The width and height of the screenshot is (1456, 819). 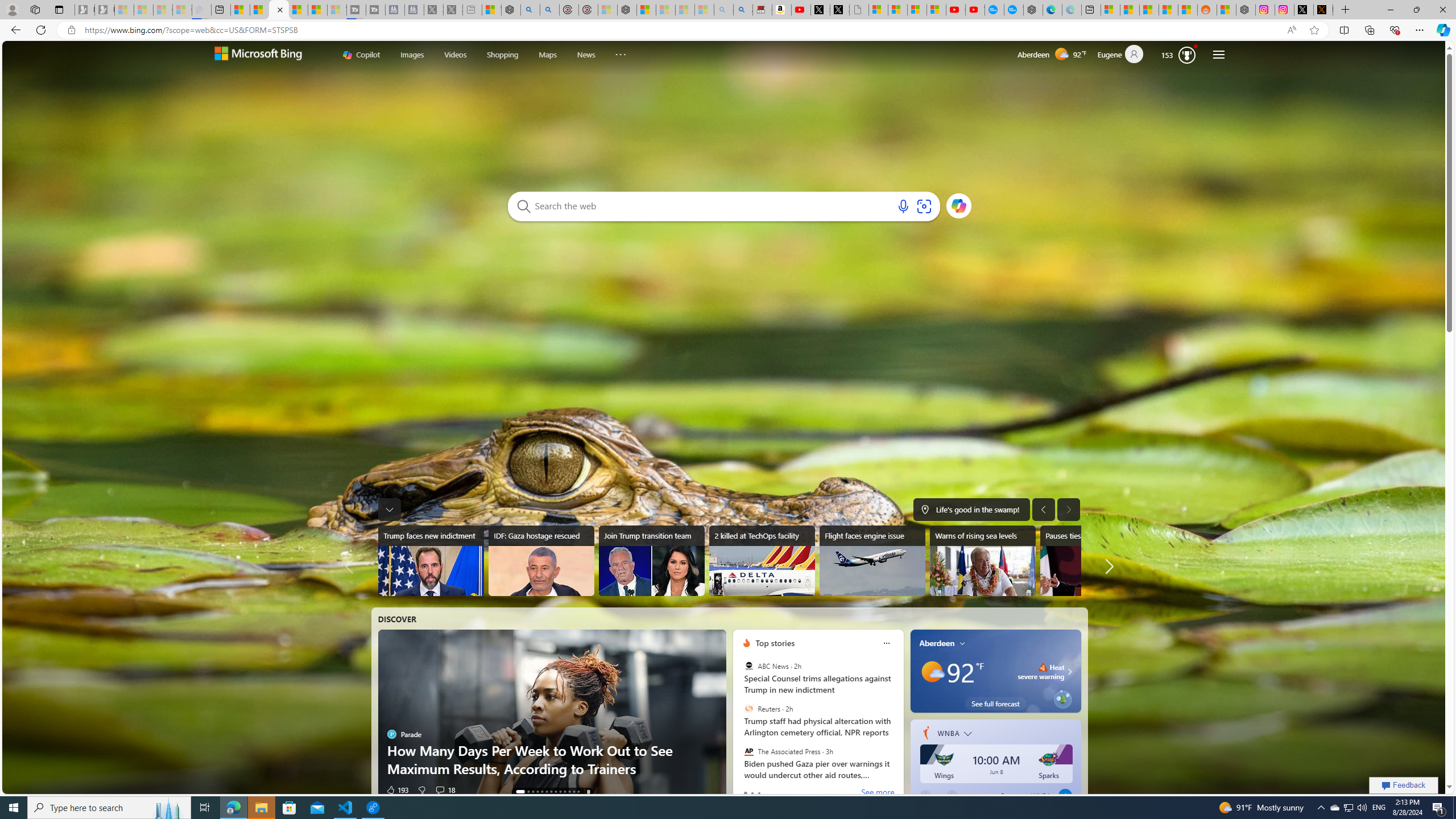 I want to click on 'Shanghai, China Weather trends | Microsoft Weather', so click(x=1187, y=9).